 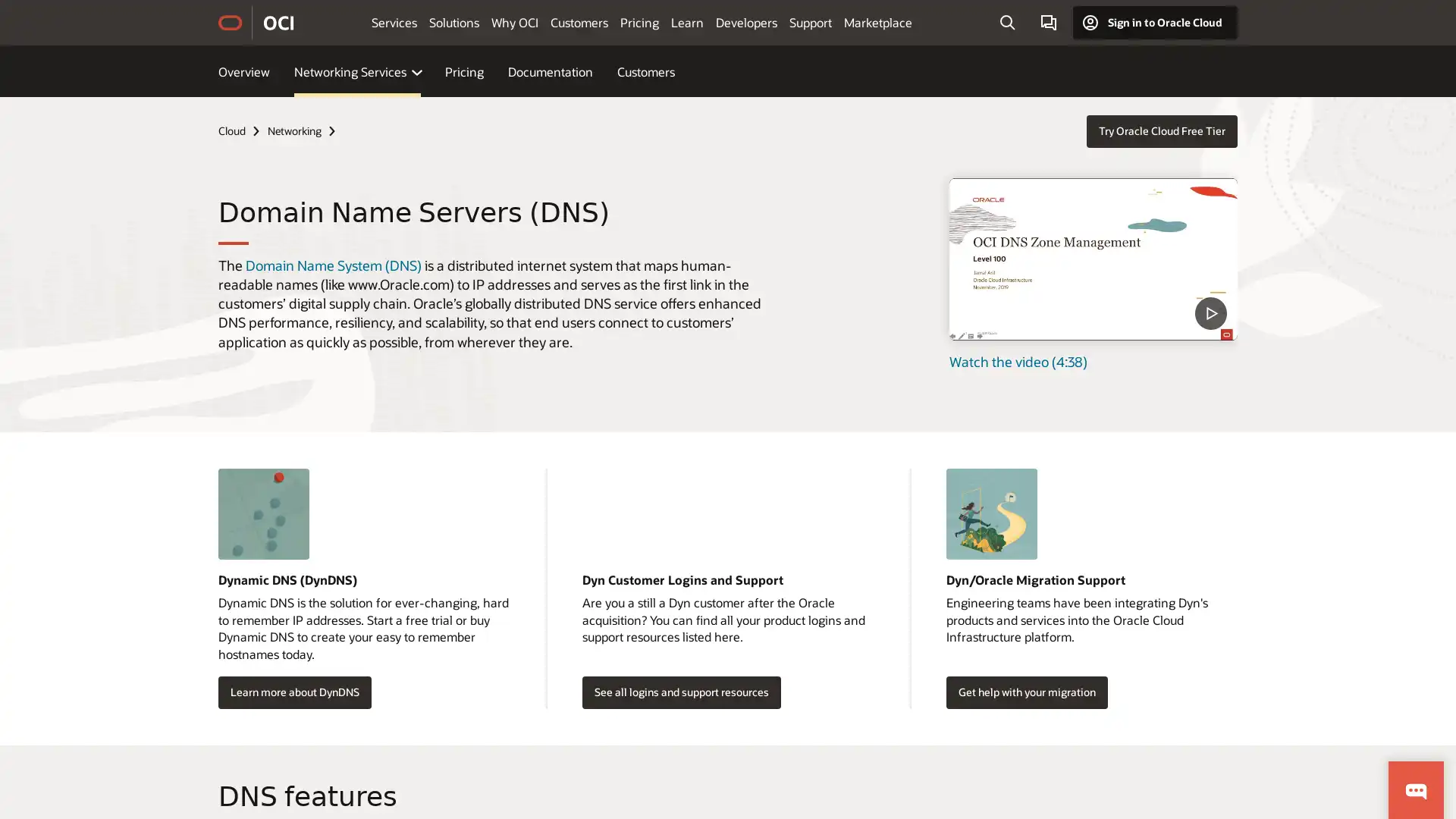 What do you see at coordinates (453, 22) in the screenshot?
I see `Solutions` at bounding box center [453, 22].